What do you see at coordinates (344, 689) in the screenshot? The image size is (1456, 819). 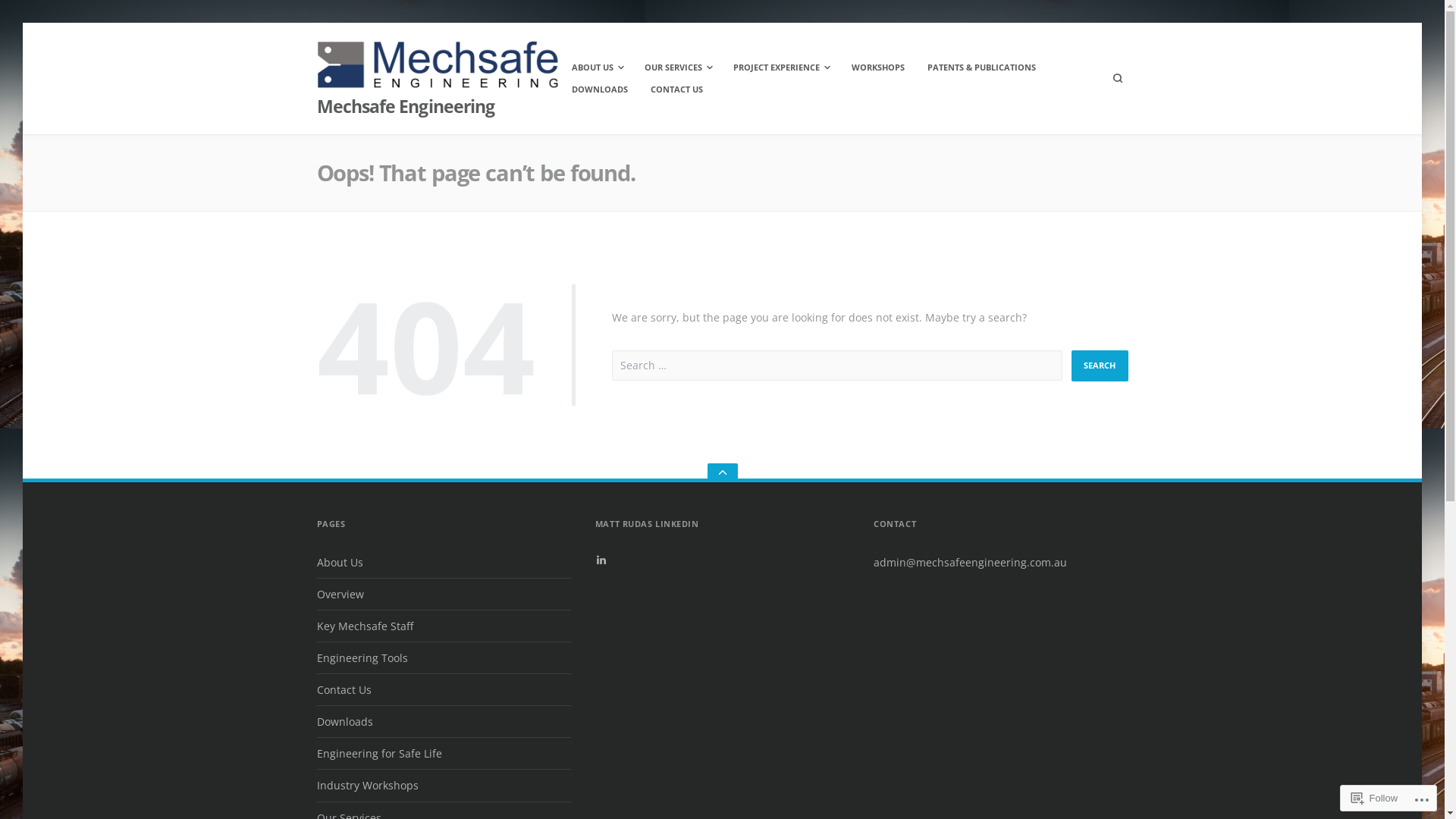 I see `'Contact Us'` at bounding box center [344, 689].